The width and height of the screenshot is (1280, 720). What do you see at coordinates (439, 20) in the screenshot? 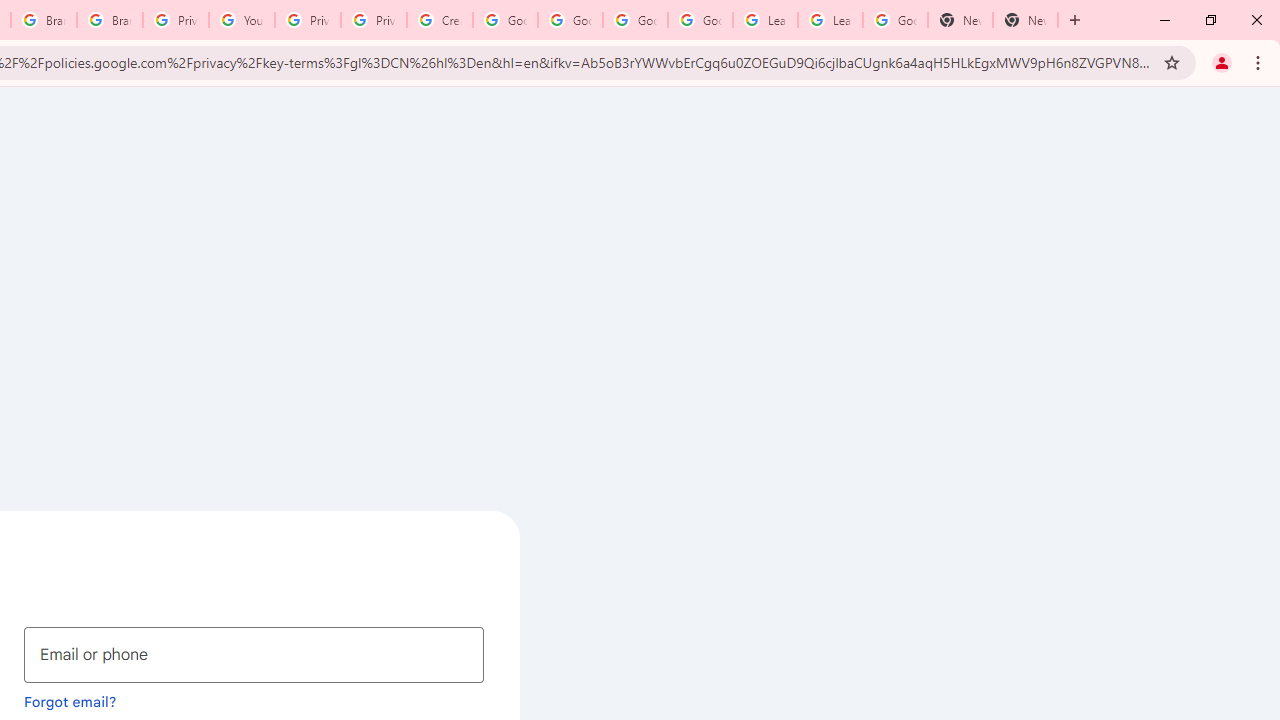
I see `'Create your Google Account'` at bounding box center [439, 20].